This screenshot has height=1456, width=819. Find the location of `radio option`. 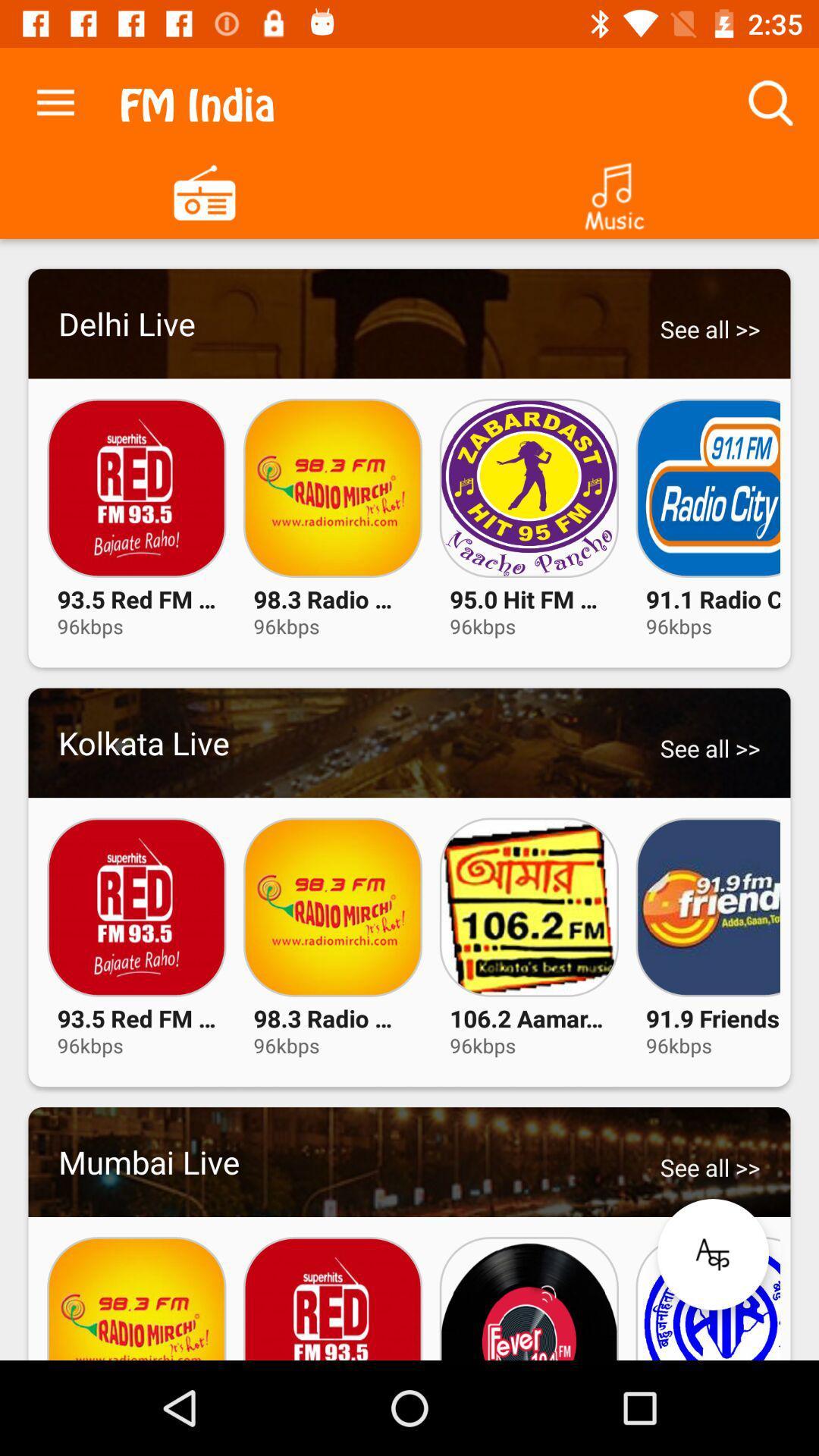

radio option is located at coordinates (205, 190).